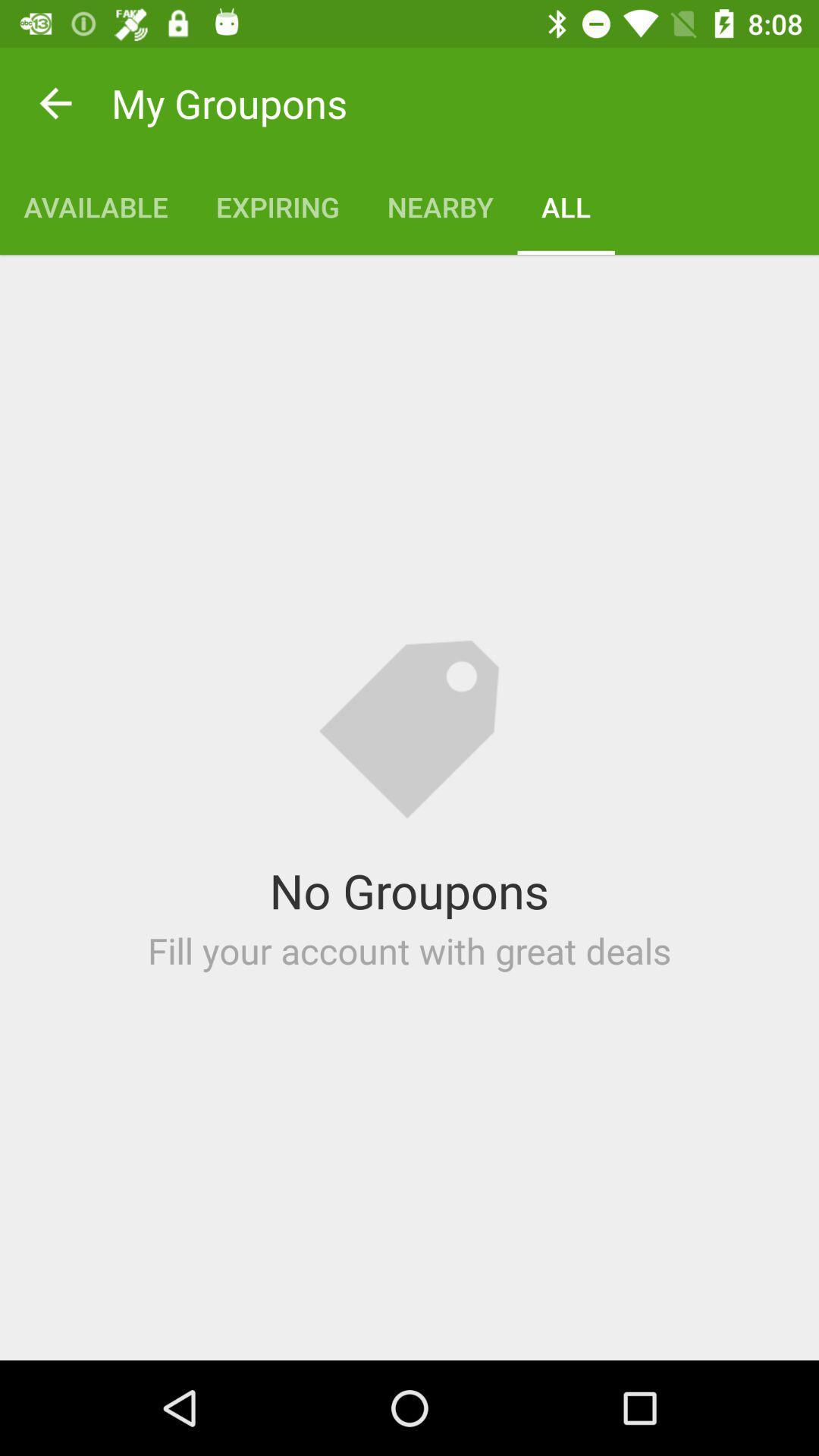 The image size is (819, 1456). What do you see at coordinates (440, 206) in the screenshot?
I see `app to the right of the expiring item` at bounding box center [440, 206].